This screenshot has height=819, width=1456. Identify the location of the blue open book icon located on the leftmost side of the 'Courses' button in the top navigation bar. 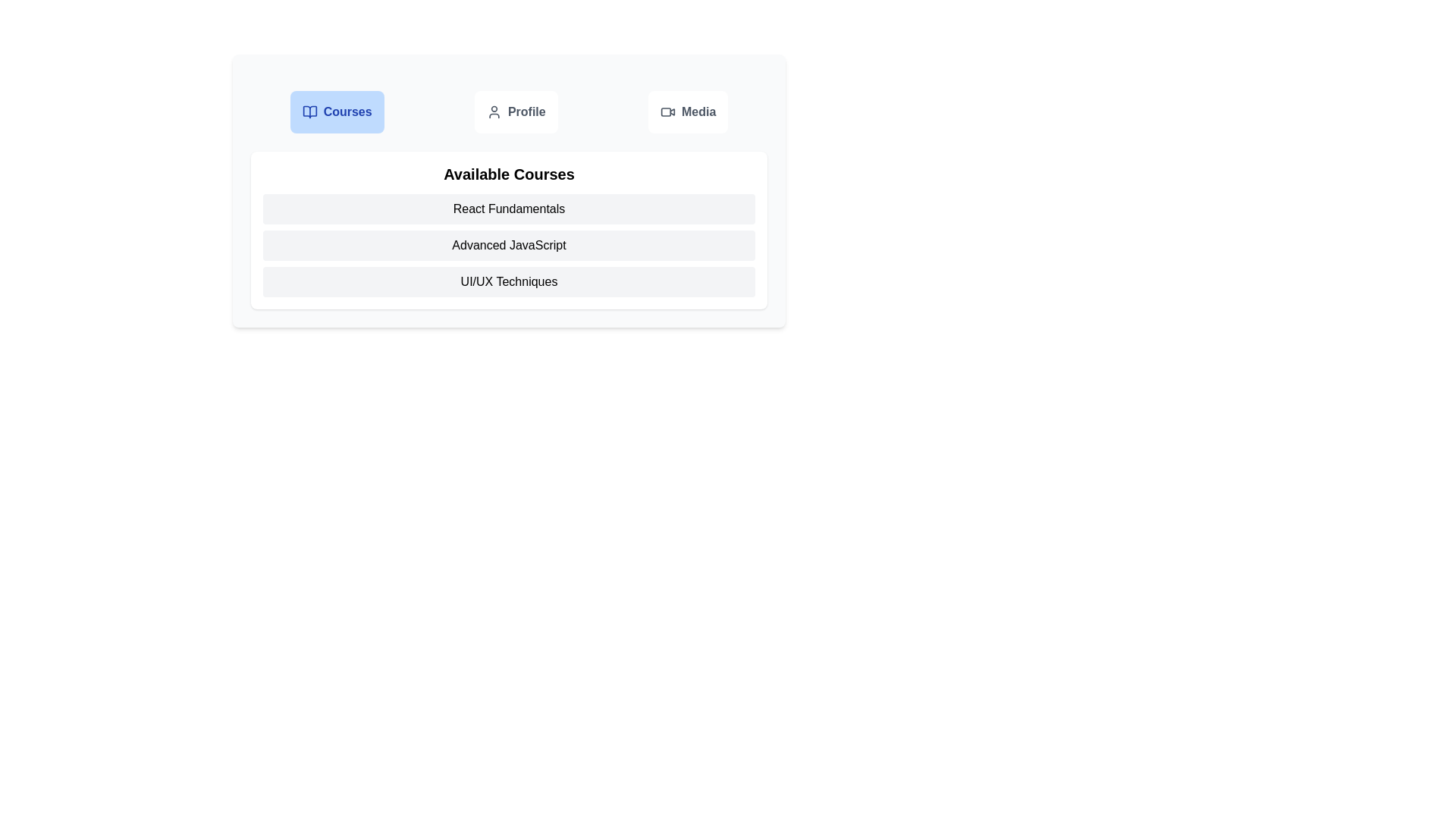
(309, 111).